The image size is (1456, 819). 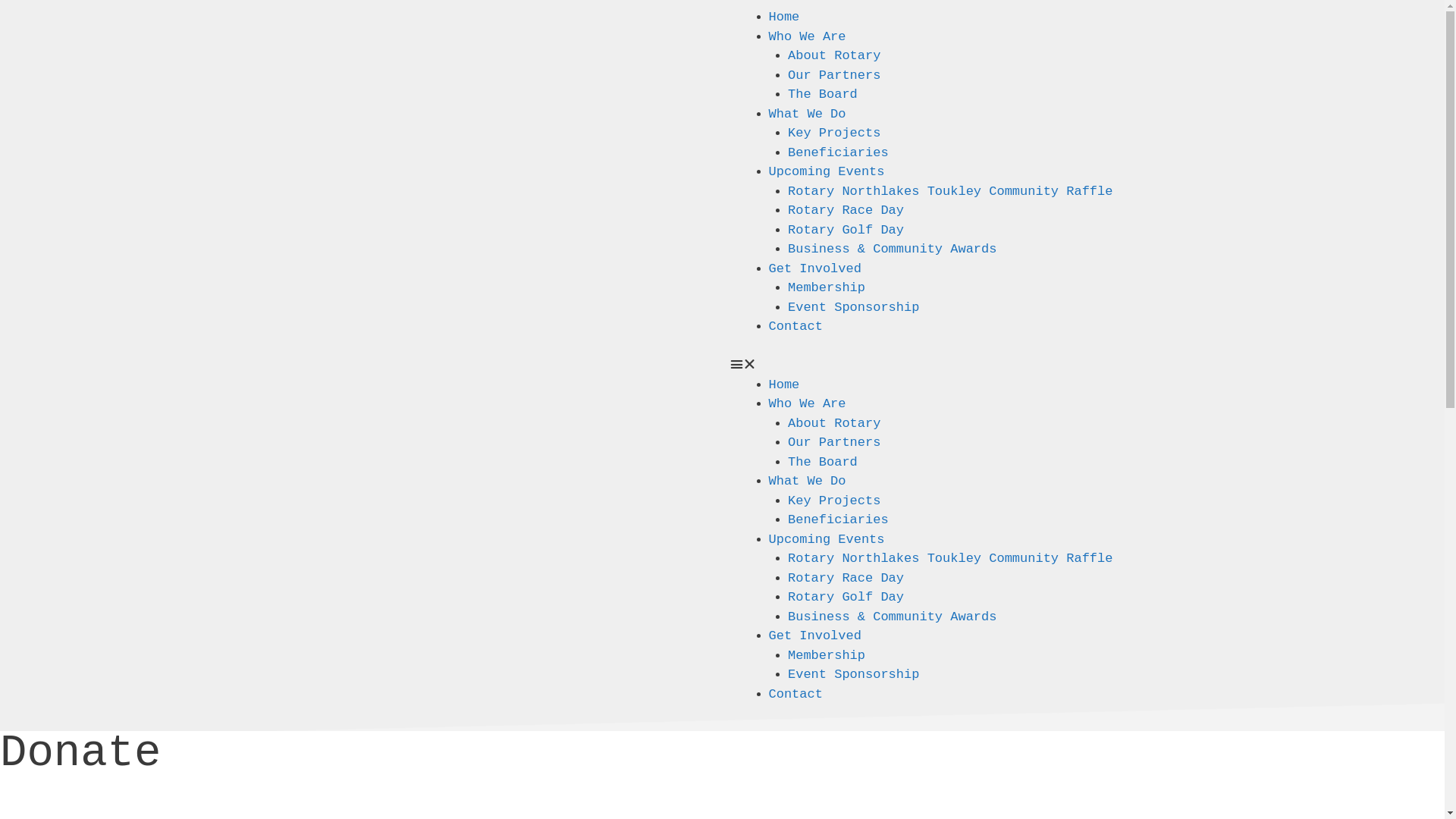 I want to click on 'Event Sponsorship', so click(x=853, y=307).